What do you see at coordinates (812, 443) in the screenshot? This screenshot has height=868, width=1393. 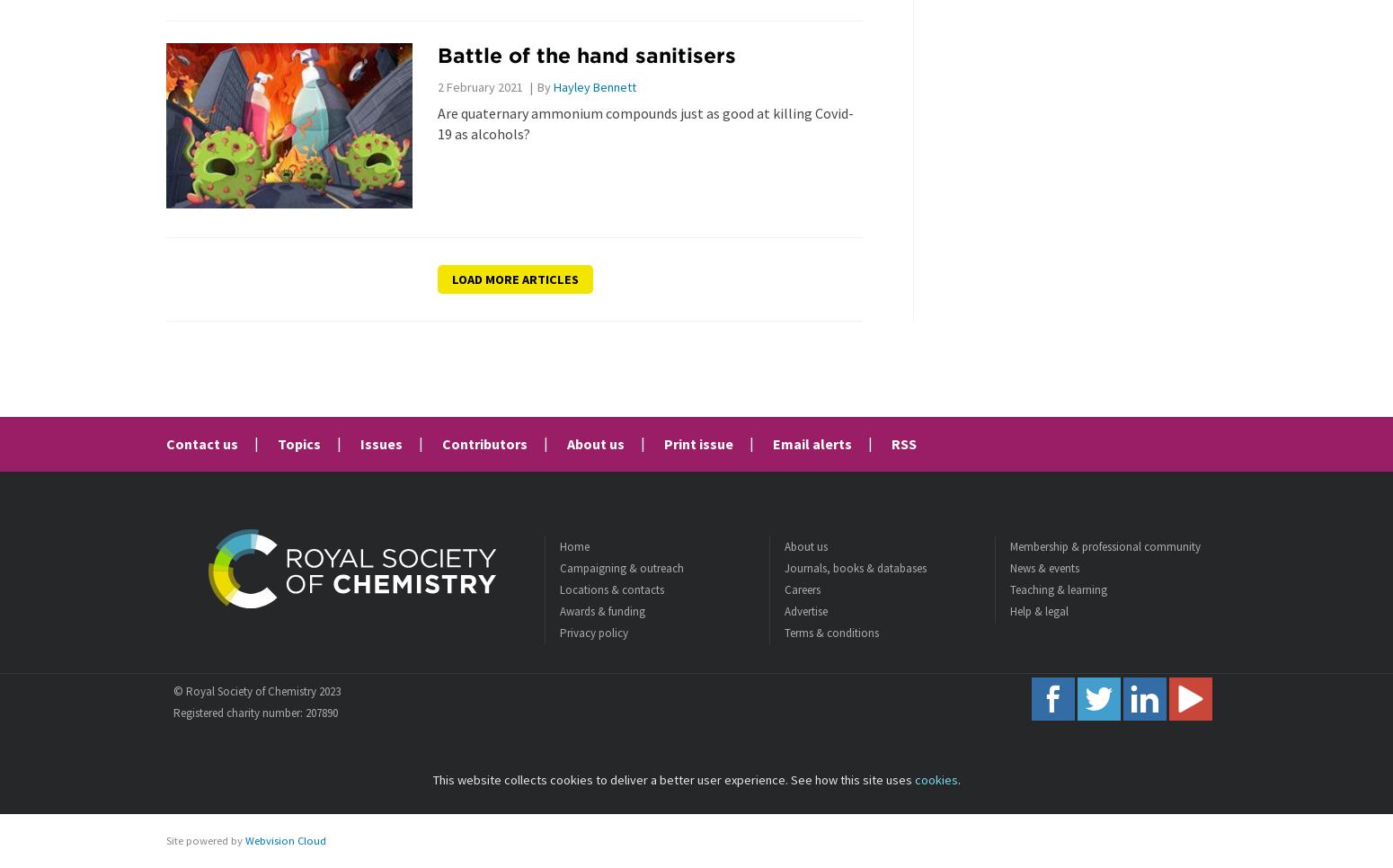 I see `'Email alerts'` at bounding box center [812, 443].